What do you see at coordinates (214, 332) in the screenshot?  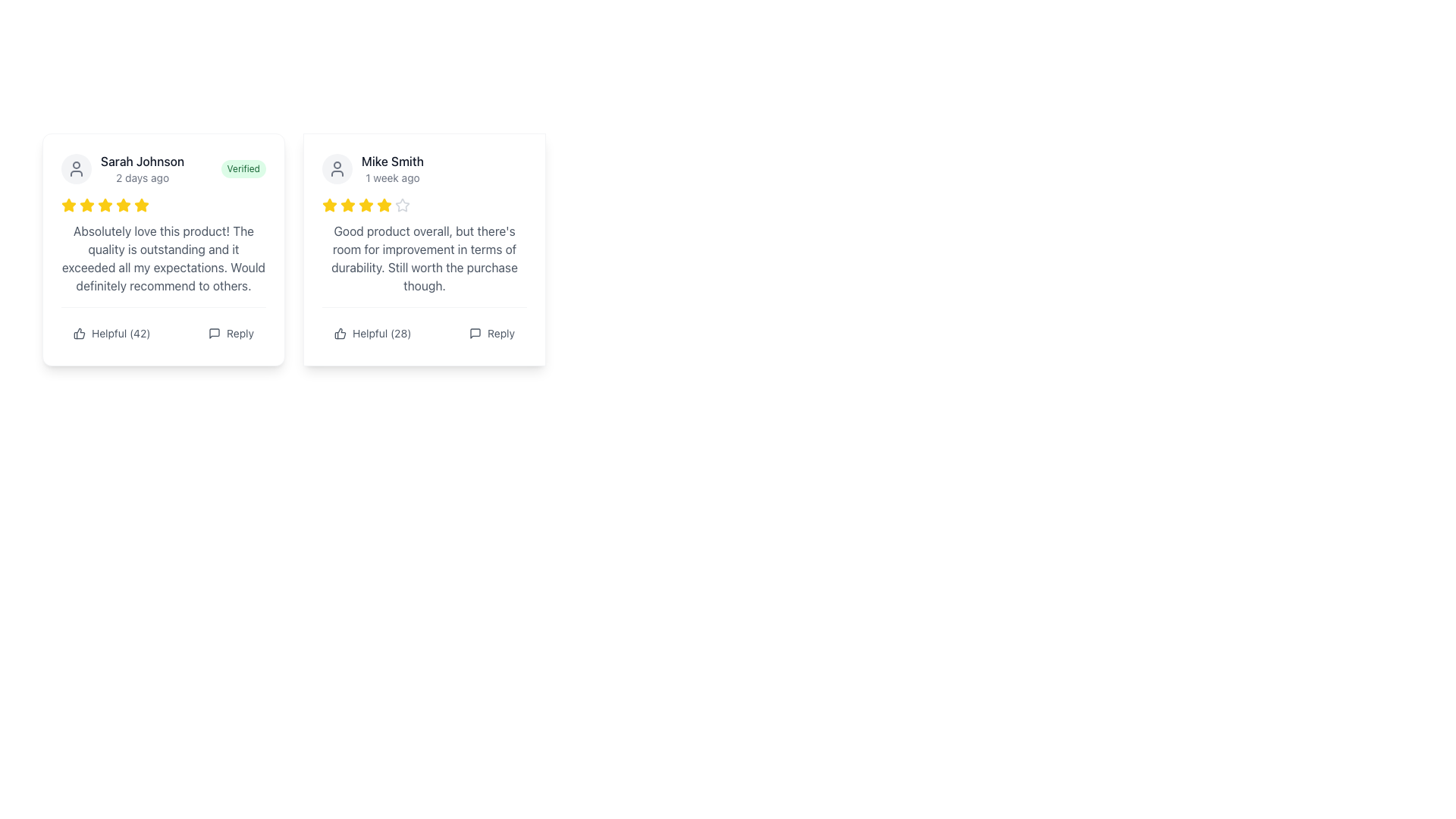 I see `the speech bubble icon located within the 'Reply' button in the bottom right corner of Sarah Johnson's review card` at bounding box center [214, 332].